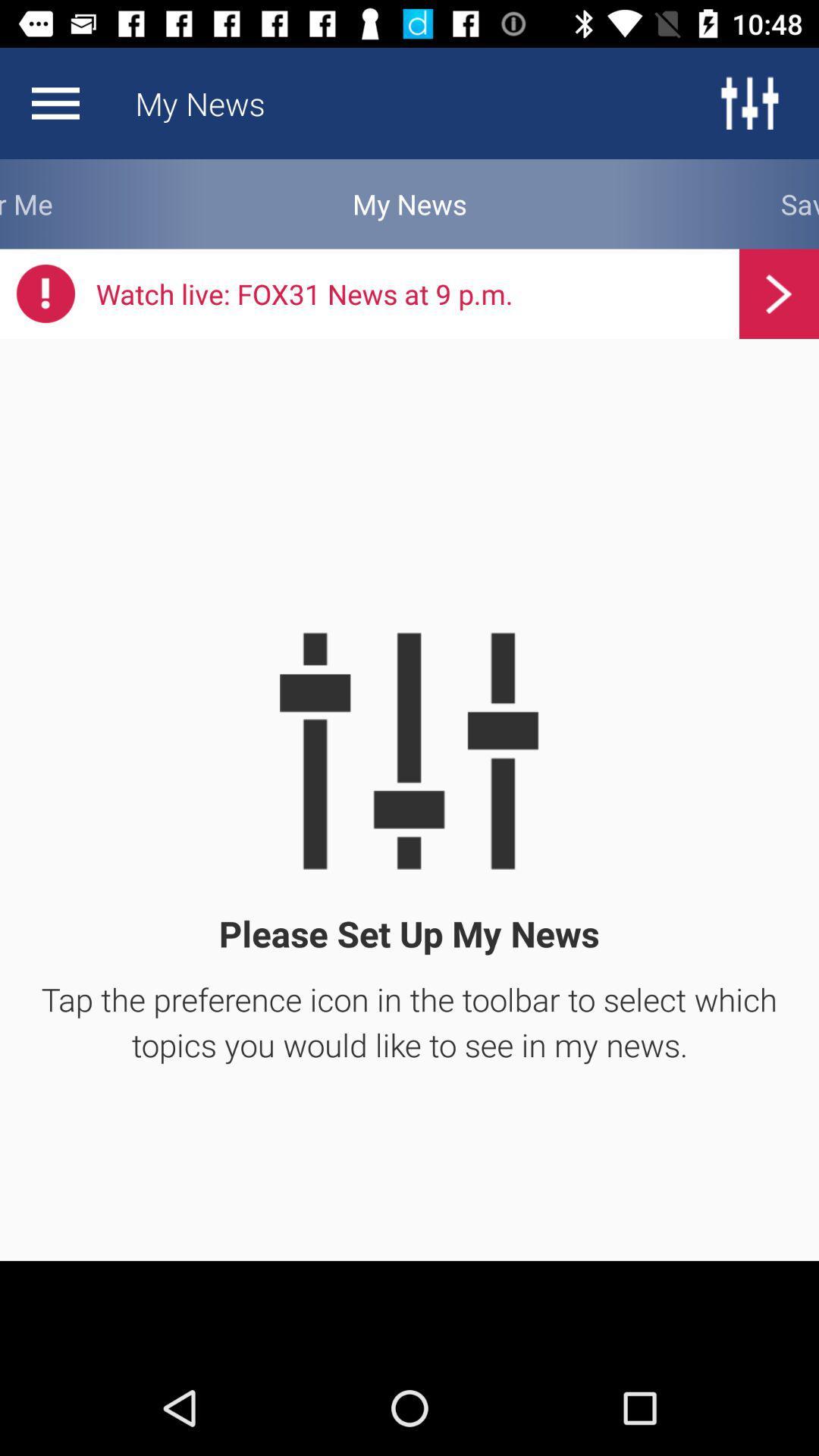  I want to click on the menu icon, so click(55, 102).